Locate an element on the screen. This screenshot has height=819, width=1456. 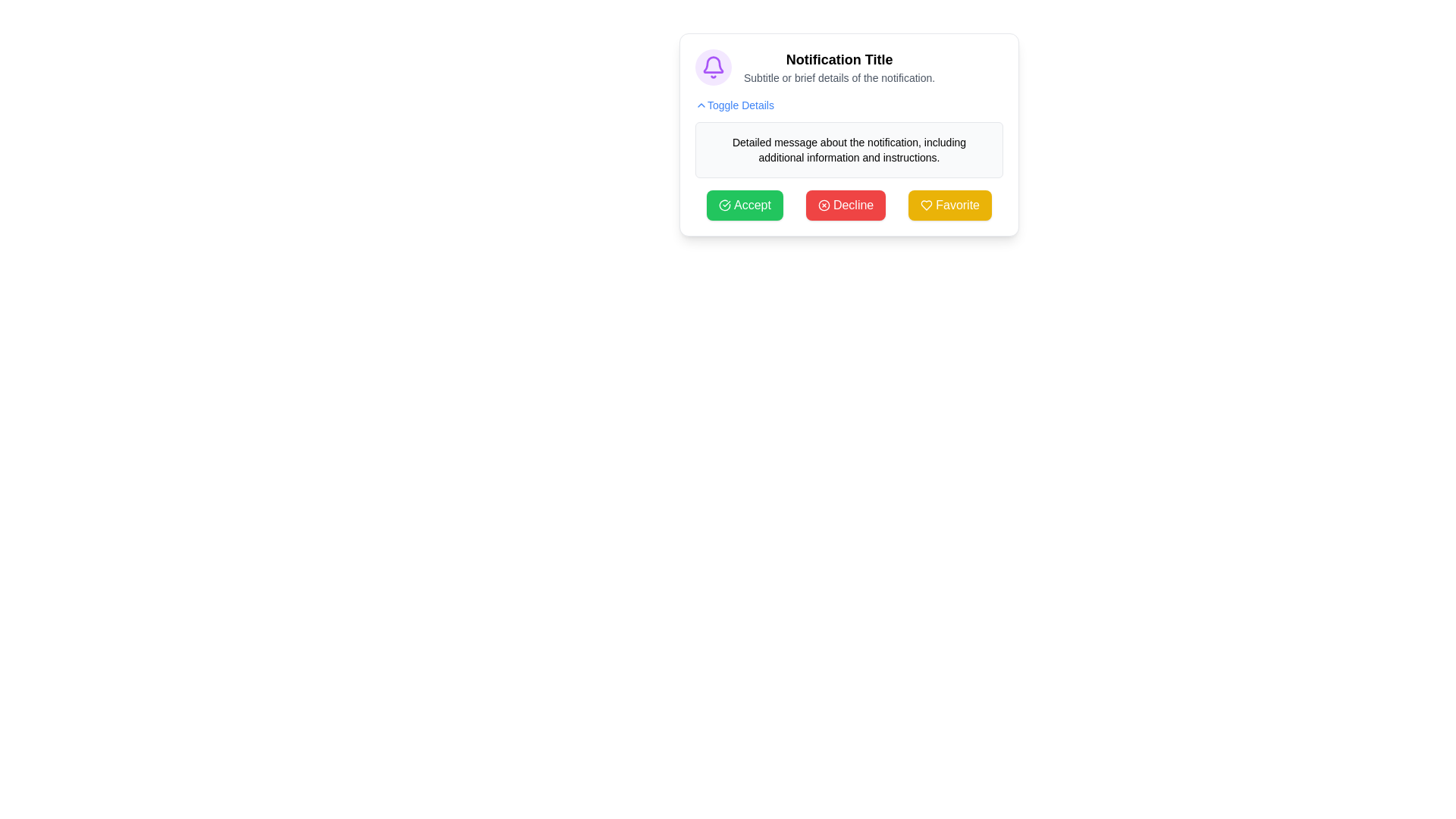
the heart-shaped icon with an outlined design in yellow, located within the 'Favorite' button at the bottom right of the notification card is located at coordinates (926, 205).